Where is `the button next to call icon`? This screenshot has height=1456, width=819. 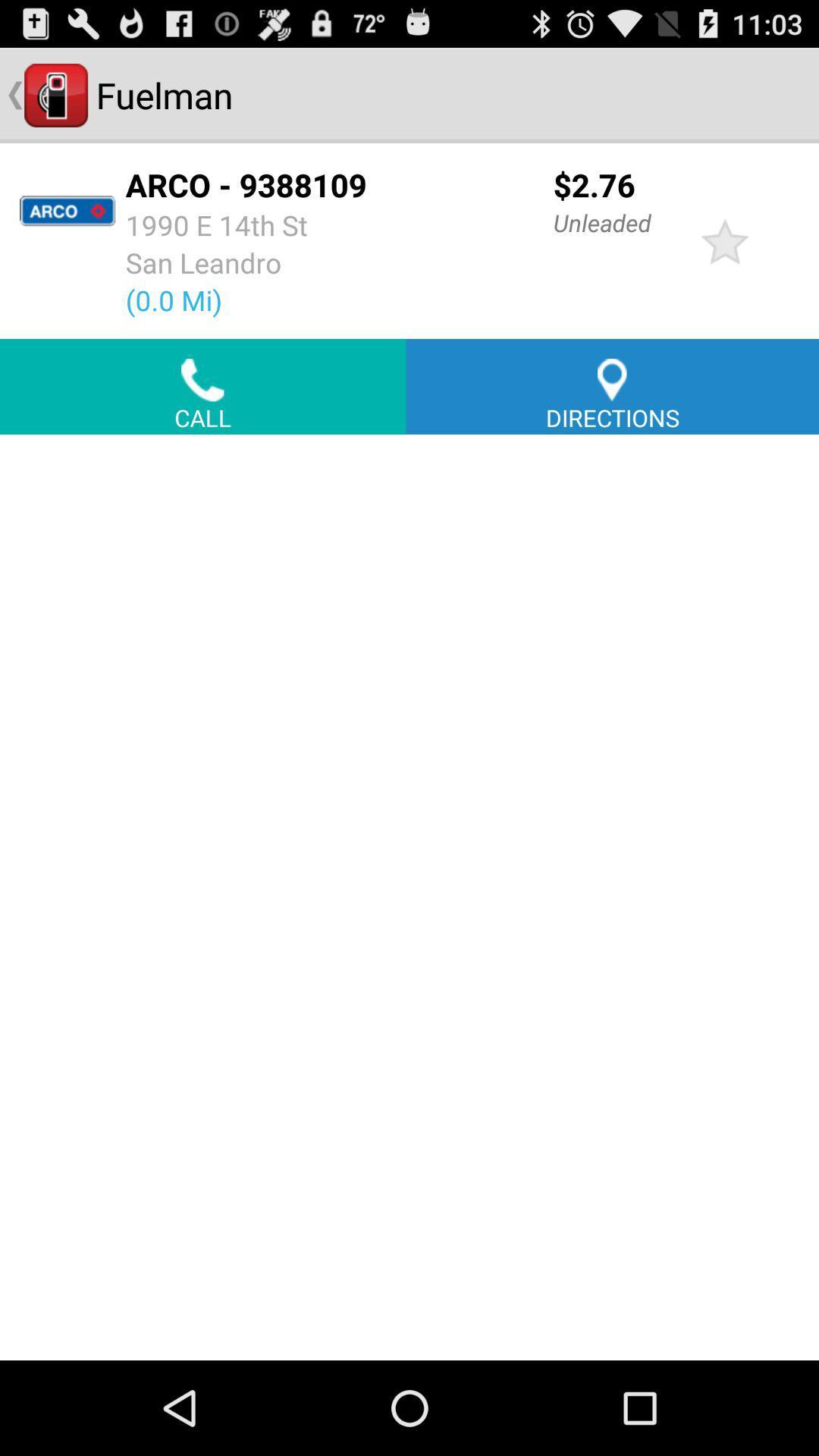 the button next to call icon is located at coordinates (611, 386).